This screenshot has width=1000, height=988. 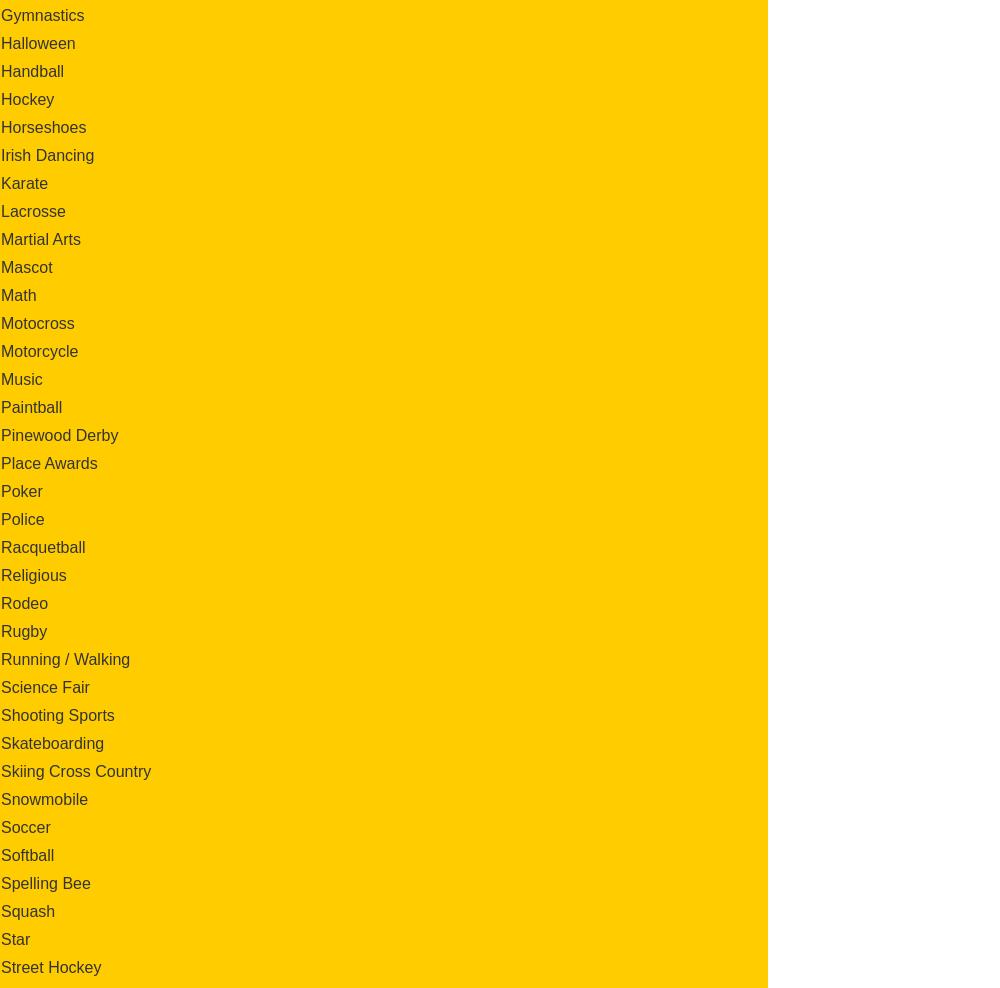 What do you see at coordinates (37, 322) in the screenshot?
I see `'Motocross'` at bounding box center [37, 322].